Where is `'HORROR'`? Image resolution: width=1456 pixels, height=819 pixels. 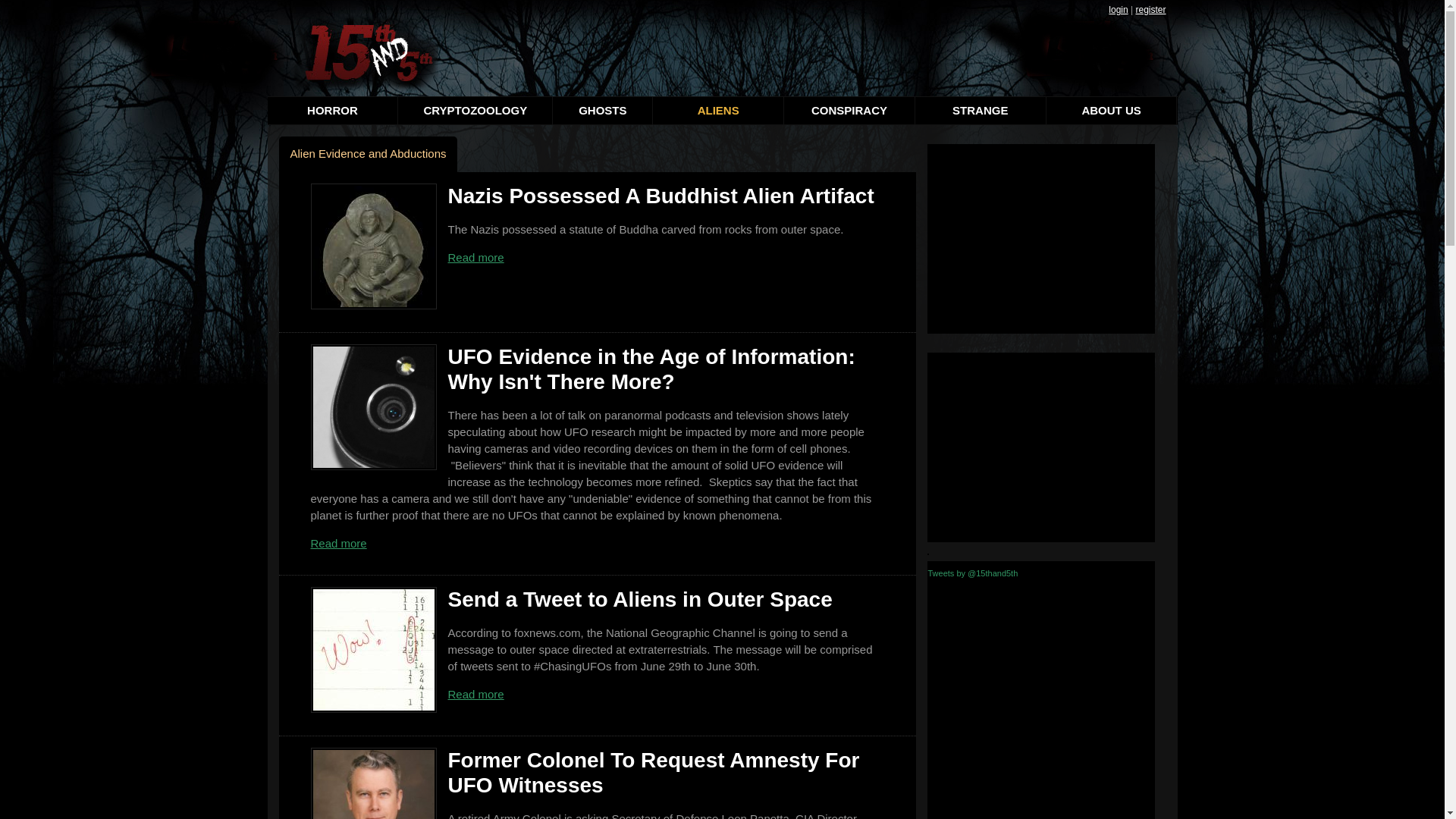
'HORROR' is located at coordinates (266, 110).